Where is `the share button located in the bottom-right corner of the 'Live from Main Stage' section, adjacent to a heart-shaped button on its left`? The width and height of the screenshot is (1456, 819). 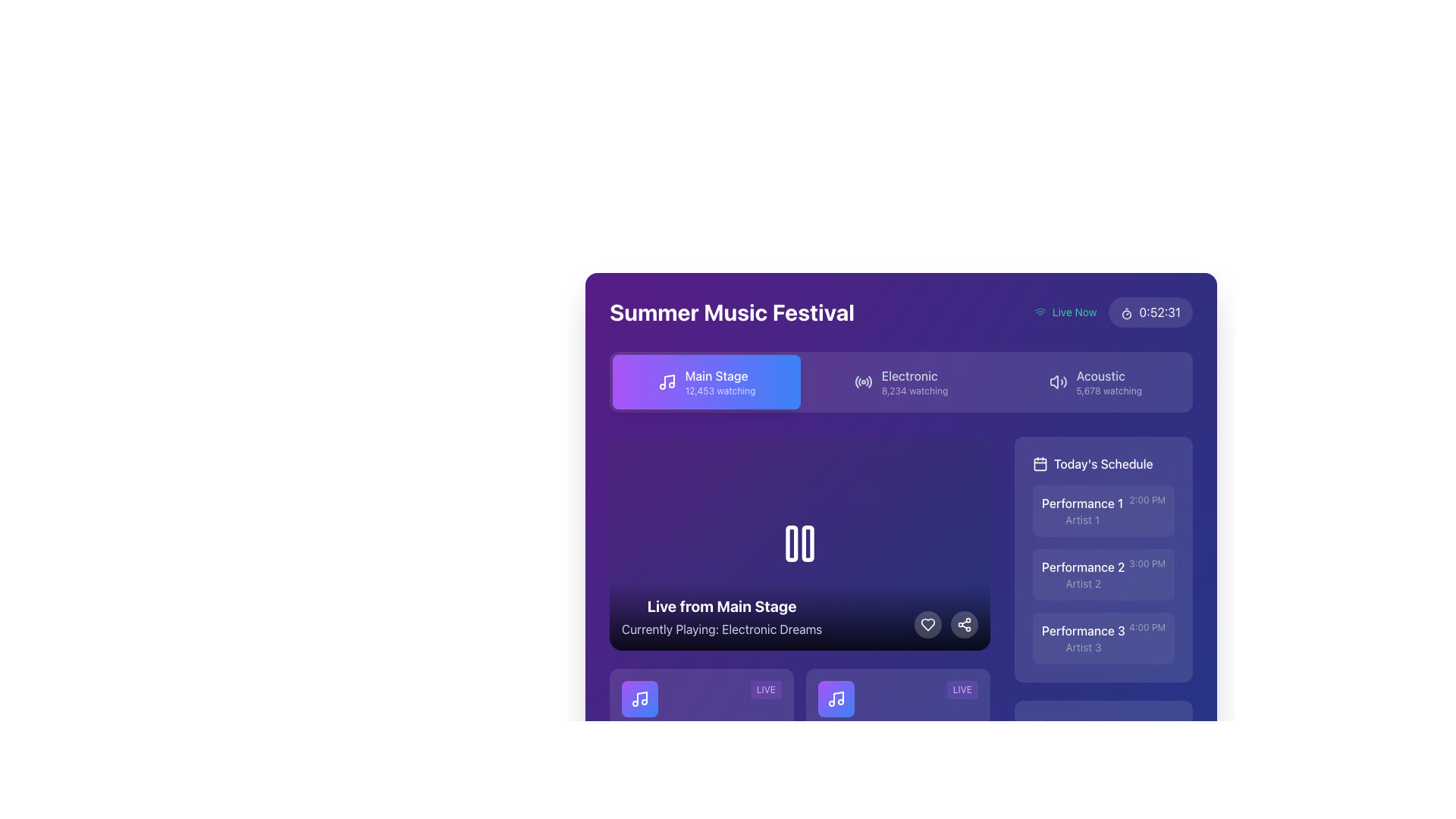 the share button located in the bottom-right corner of the 'Live from Main Stage' section, adjacent to a heart-shaped button on its left is located at coordinates (964, 625).